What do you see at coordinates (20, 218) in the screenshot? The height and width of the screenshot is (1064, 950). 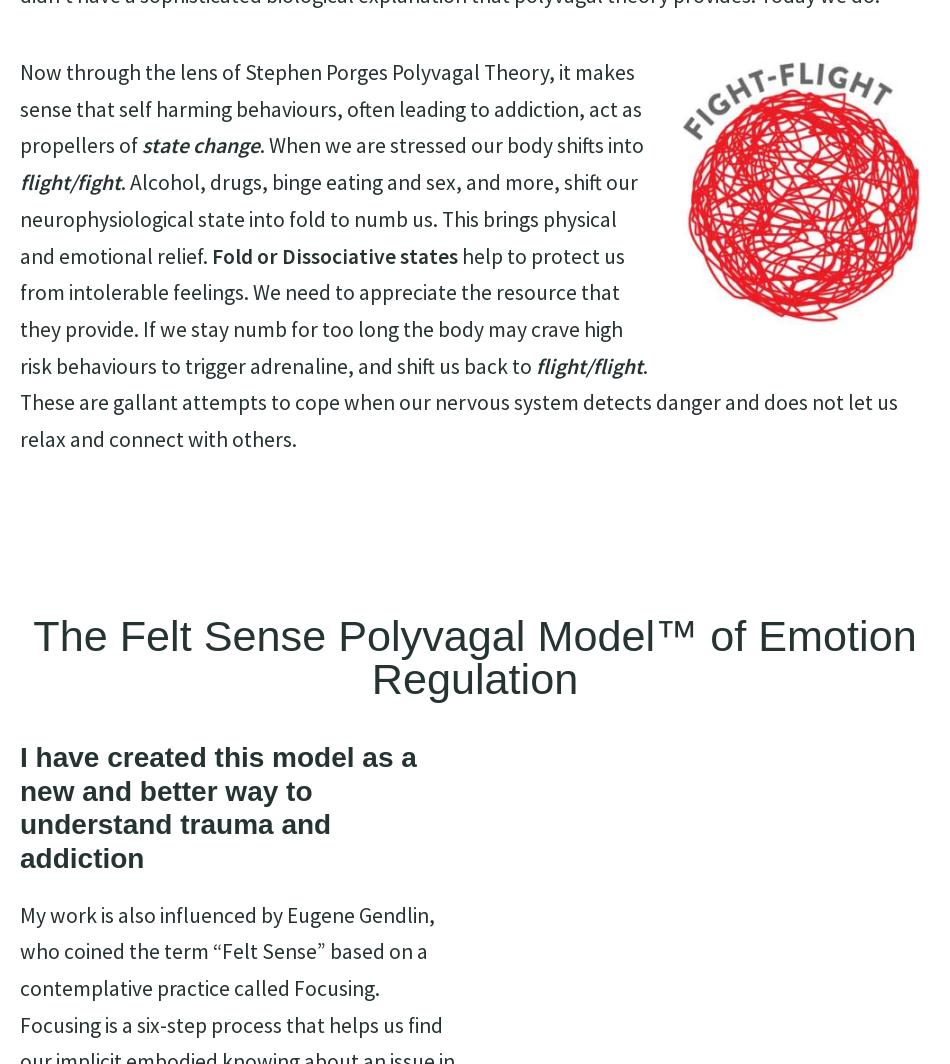 I see `'. Alcohol, drugs, binge eating and sex, and more, shift our neurophysiological state into fold to numb us. This brings physical and emotional relief.'` at bounding box center [20, 218].